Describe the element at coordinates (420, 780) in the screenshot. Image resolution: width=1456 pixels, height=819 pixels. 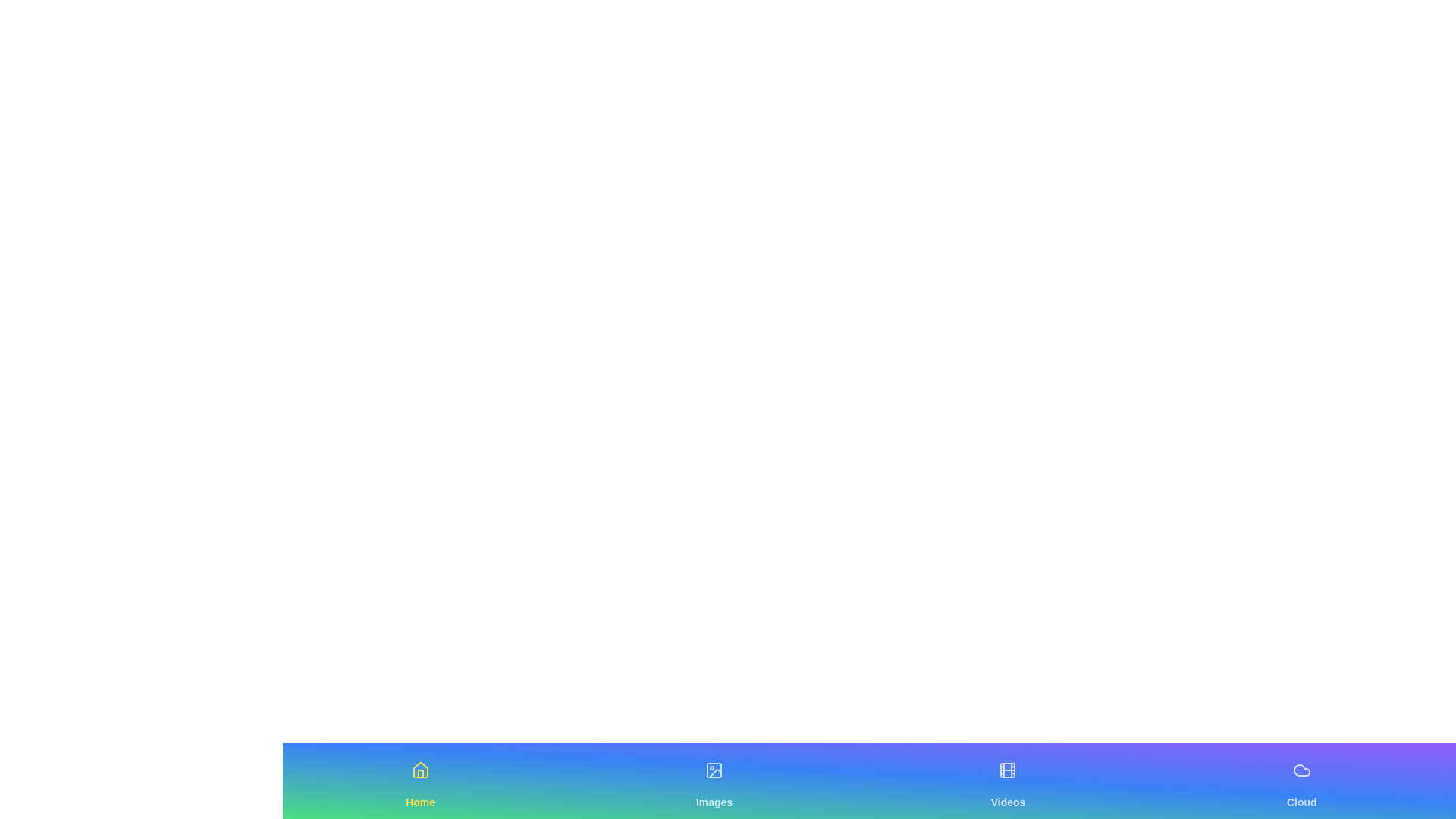
I see `the Home navigation tab to switch views` at that location.